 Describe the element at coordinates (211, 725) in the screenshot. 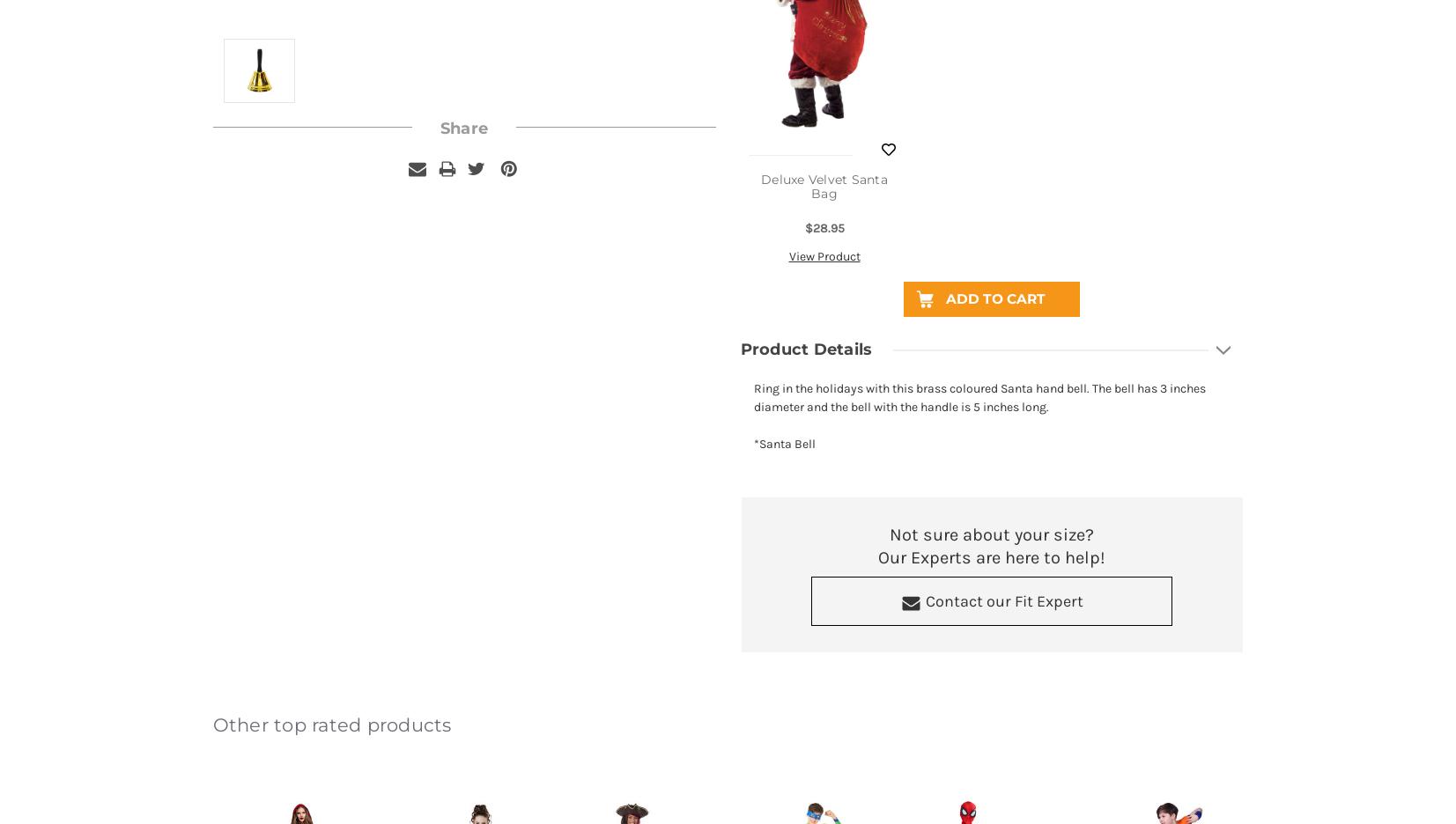

I see `'Other top rated products'` at that location.